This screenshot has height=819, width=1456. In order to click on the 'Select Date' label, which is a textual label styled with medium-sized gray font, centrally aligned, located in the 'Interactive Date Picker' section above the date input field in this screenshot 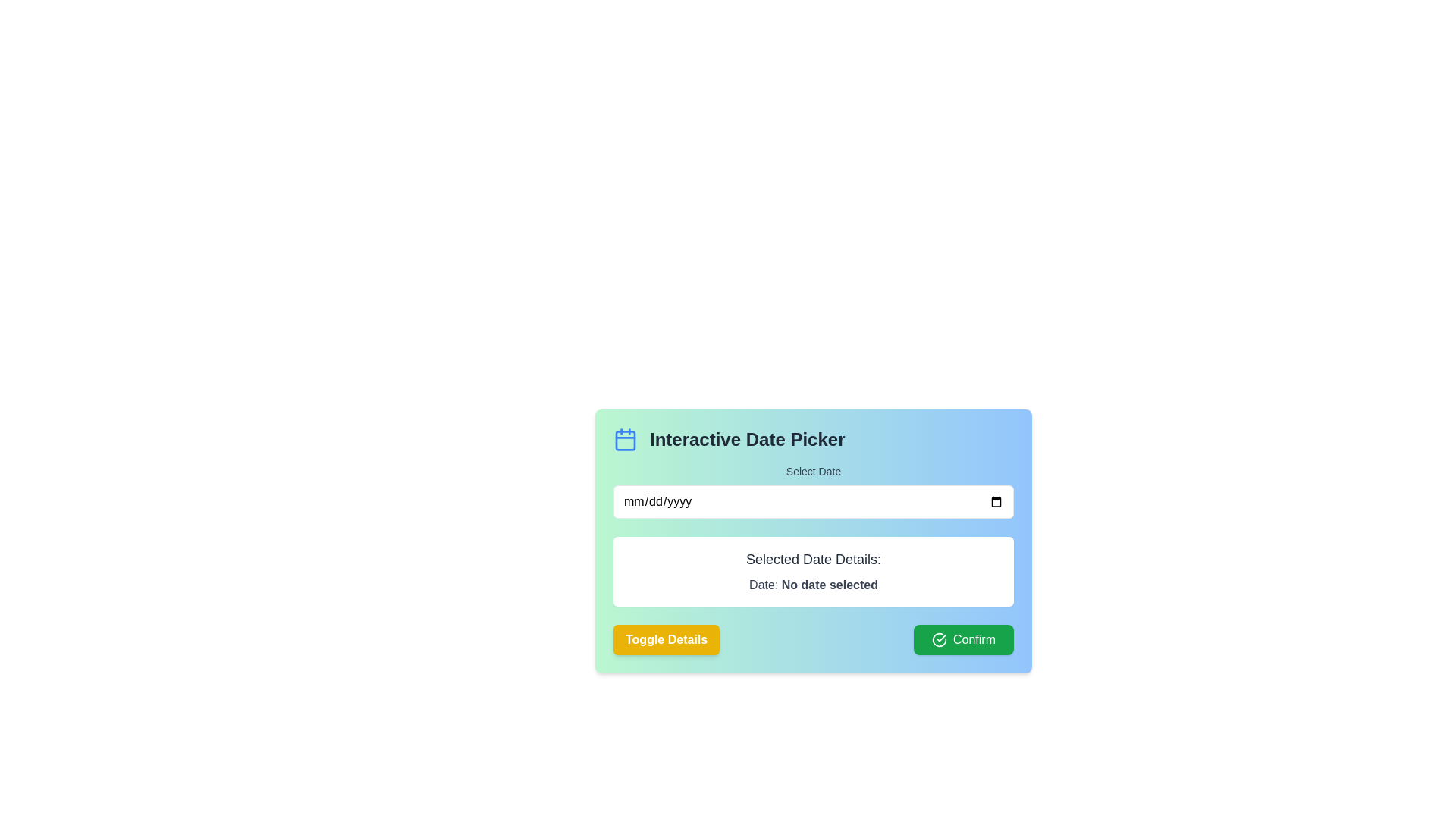, I will do `click(813, 470)`.